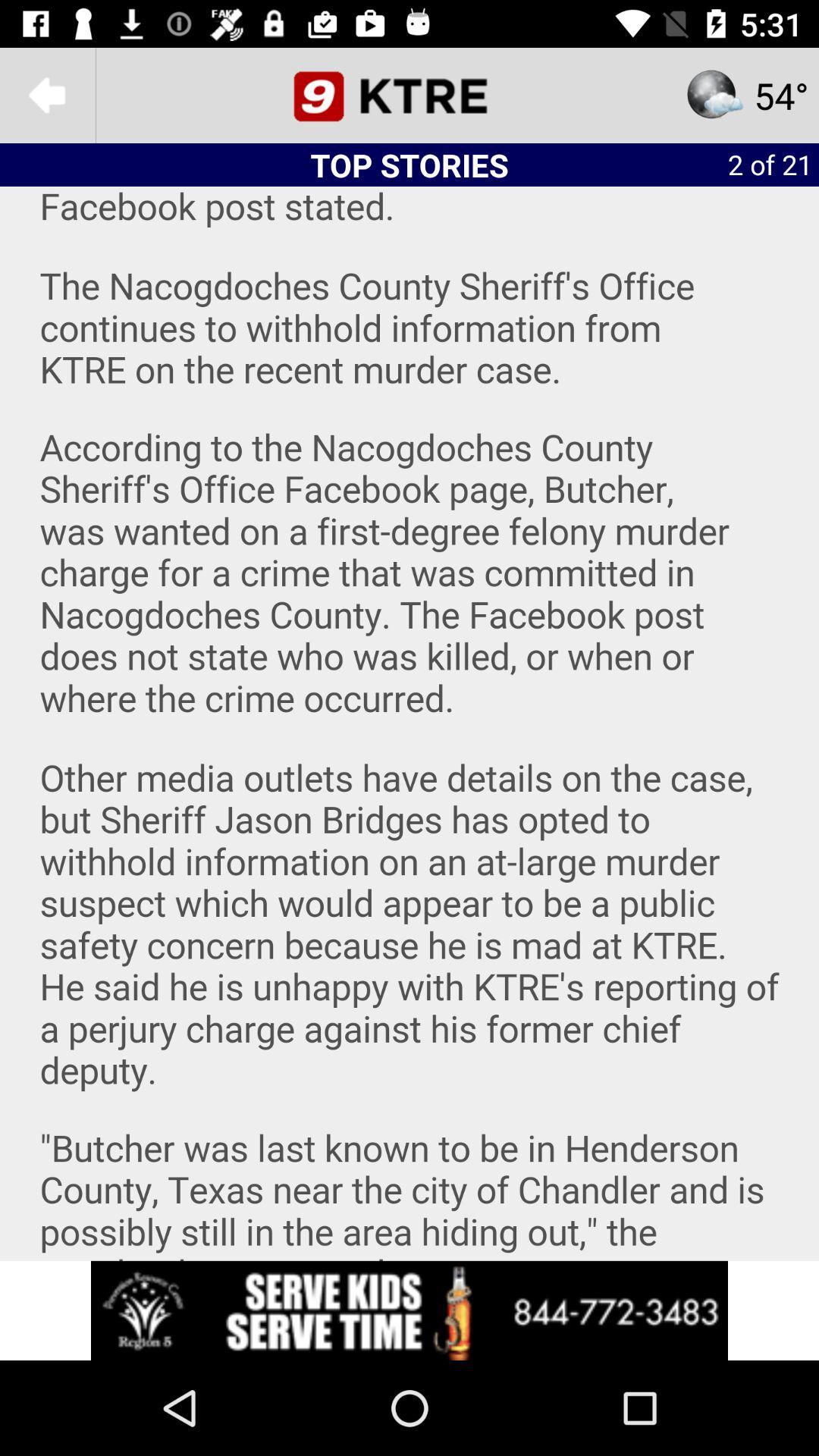 The height and width of the screenshot is (1456, 819). I want to click on back, so click(46, 94).